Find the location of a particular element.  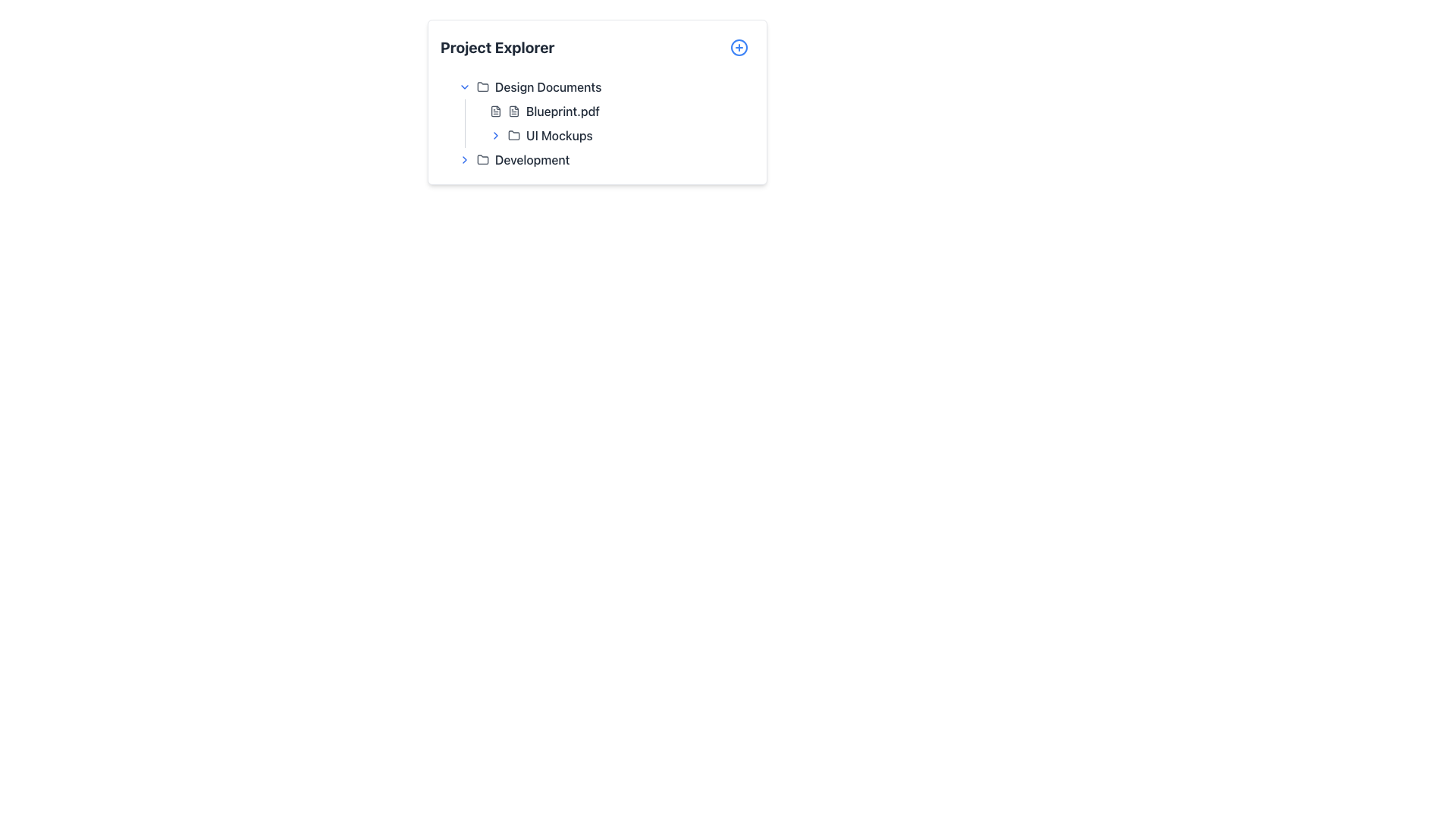

the selectable text label for the 'Design Documents' folder located in the 'Project Explorer' menu, which is positioned to the right of a folder icon and beneath an expand/collapse arrow is located at coordinates (548, 87).